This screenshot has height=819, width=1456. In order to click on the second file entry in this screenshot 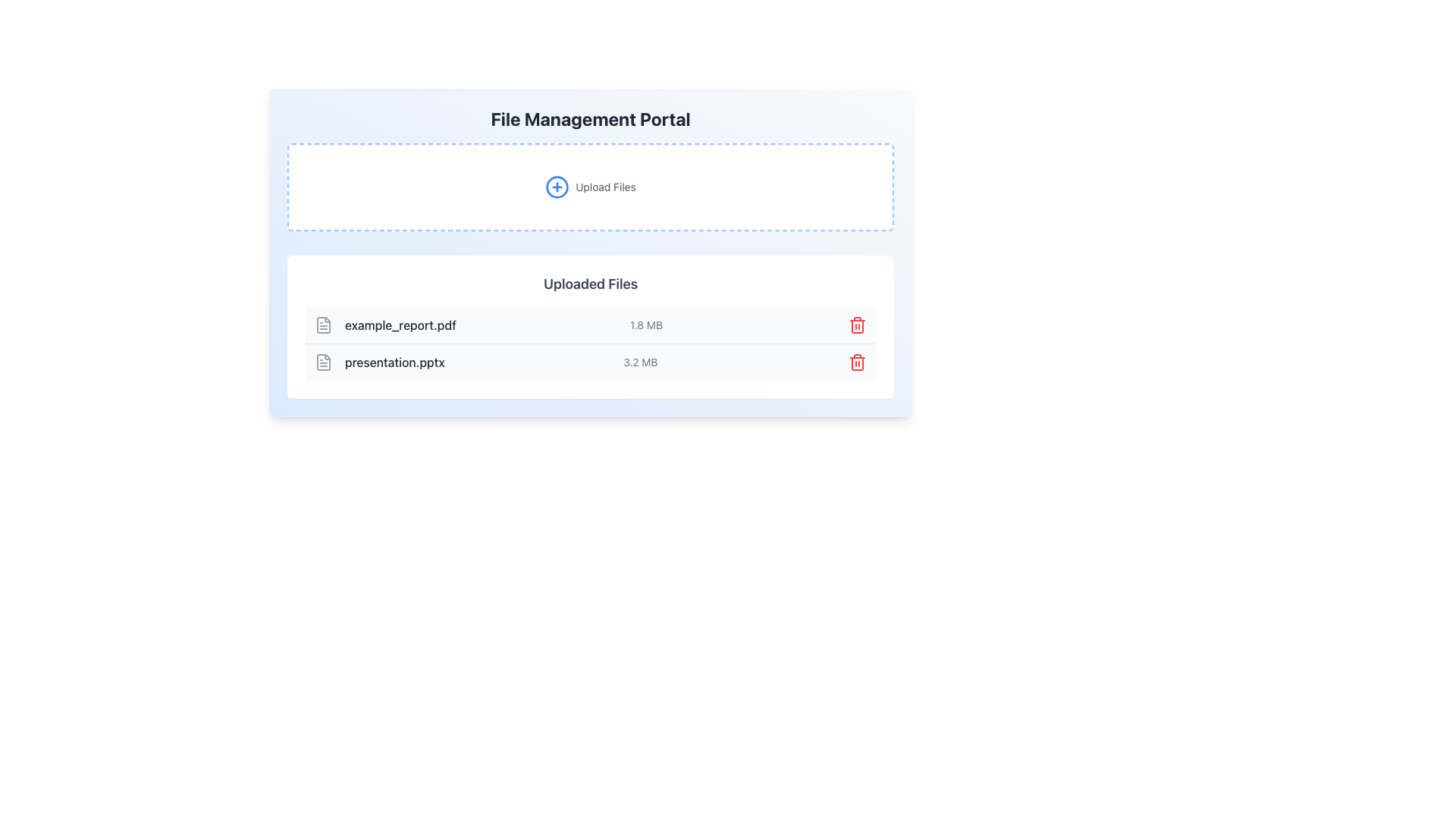, I will do `click(589, 362)`.